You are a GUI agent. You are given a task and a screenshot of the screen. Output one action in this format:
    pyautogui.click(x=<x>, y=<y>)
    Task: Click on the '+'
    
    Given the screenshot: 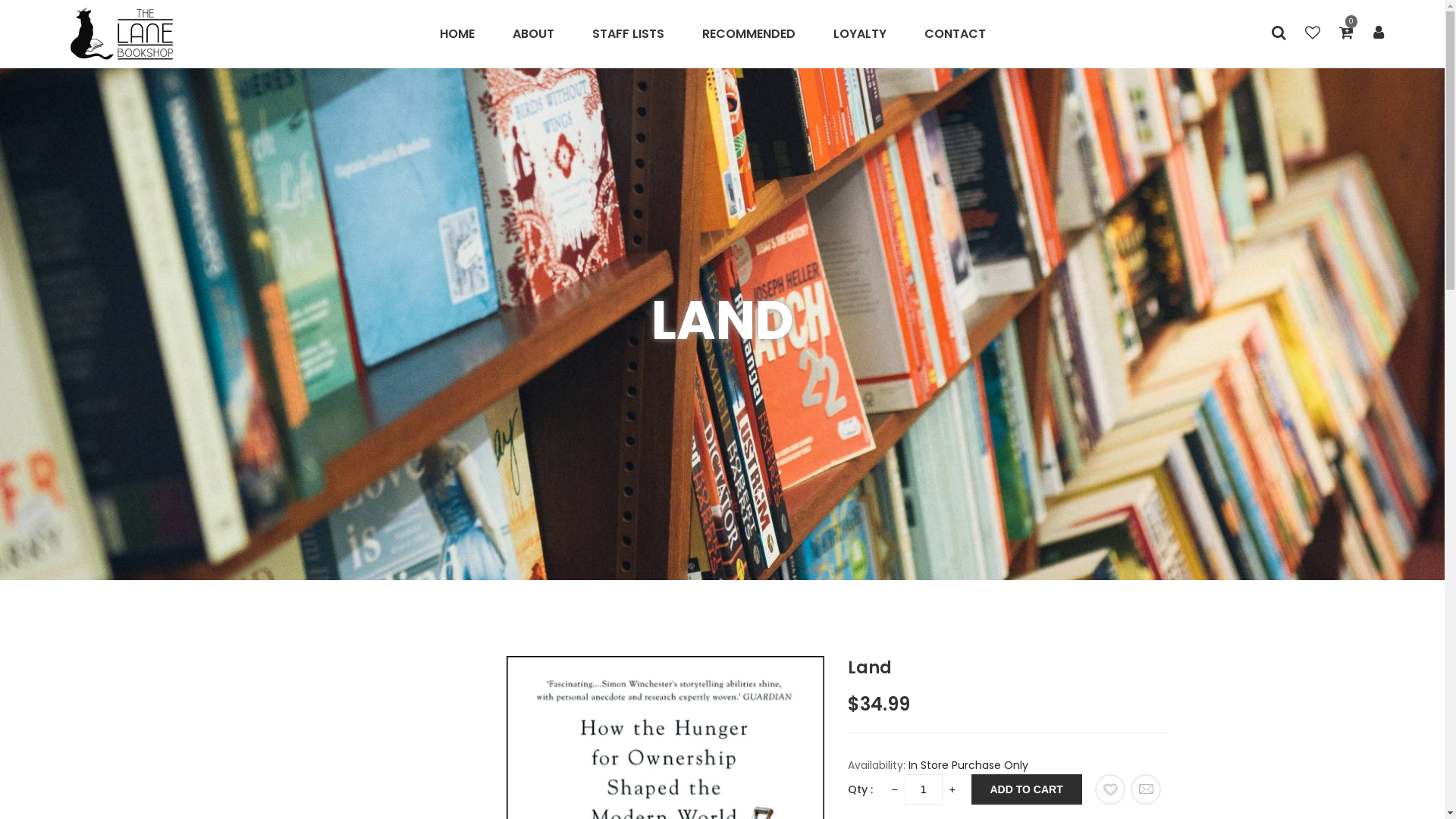 What is the action you would take?
    pyautogui.click(x=952, y=789)
    